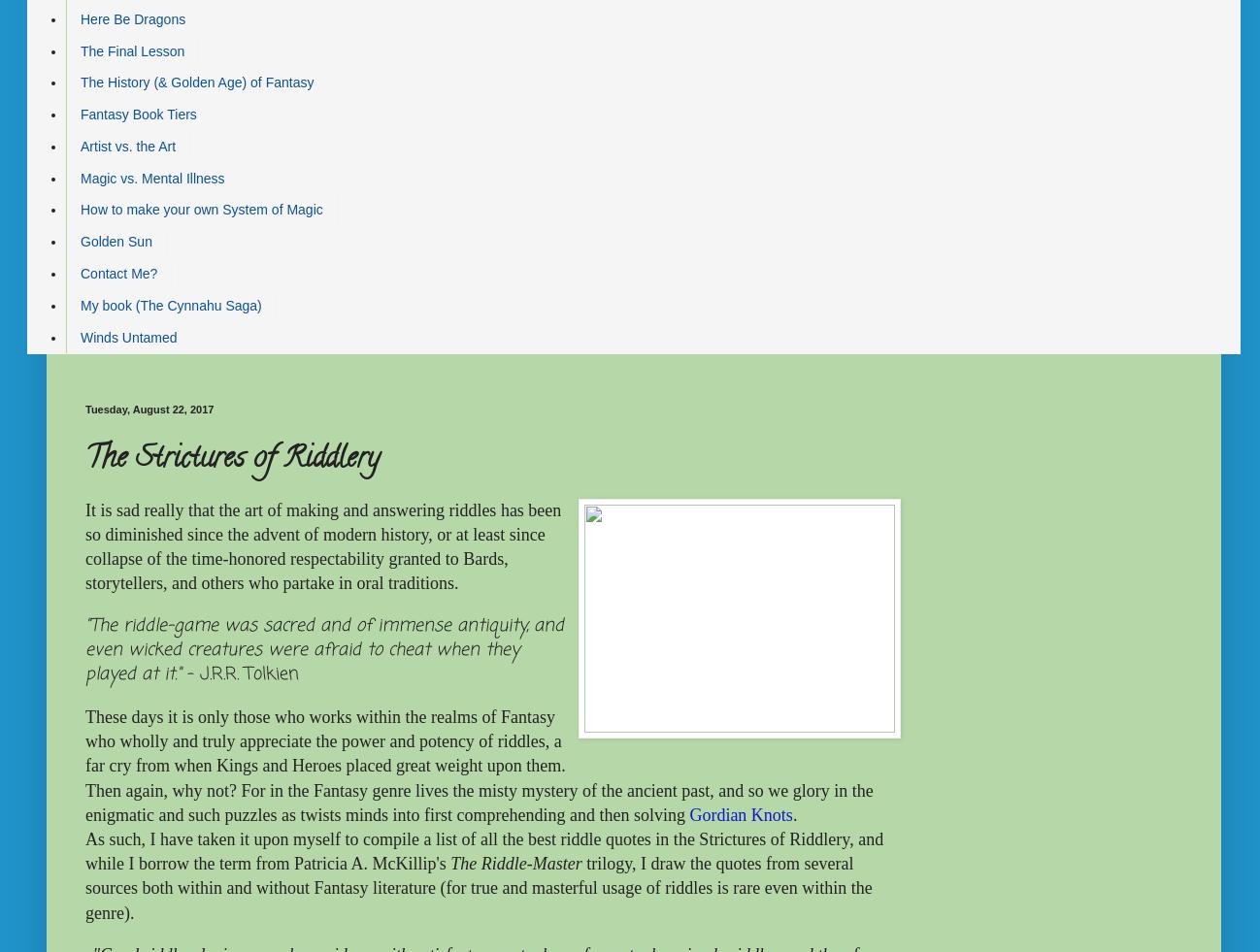  Describe the element at coordinates (483, 851) in the screenshot. I see `'As such, I have taken it upon myself to compile a list of all the best riddle quotes in the Strictures of Riddlery, and while I borrow the term from Patricia A. McKillip's'` at that location.